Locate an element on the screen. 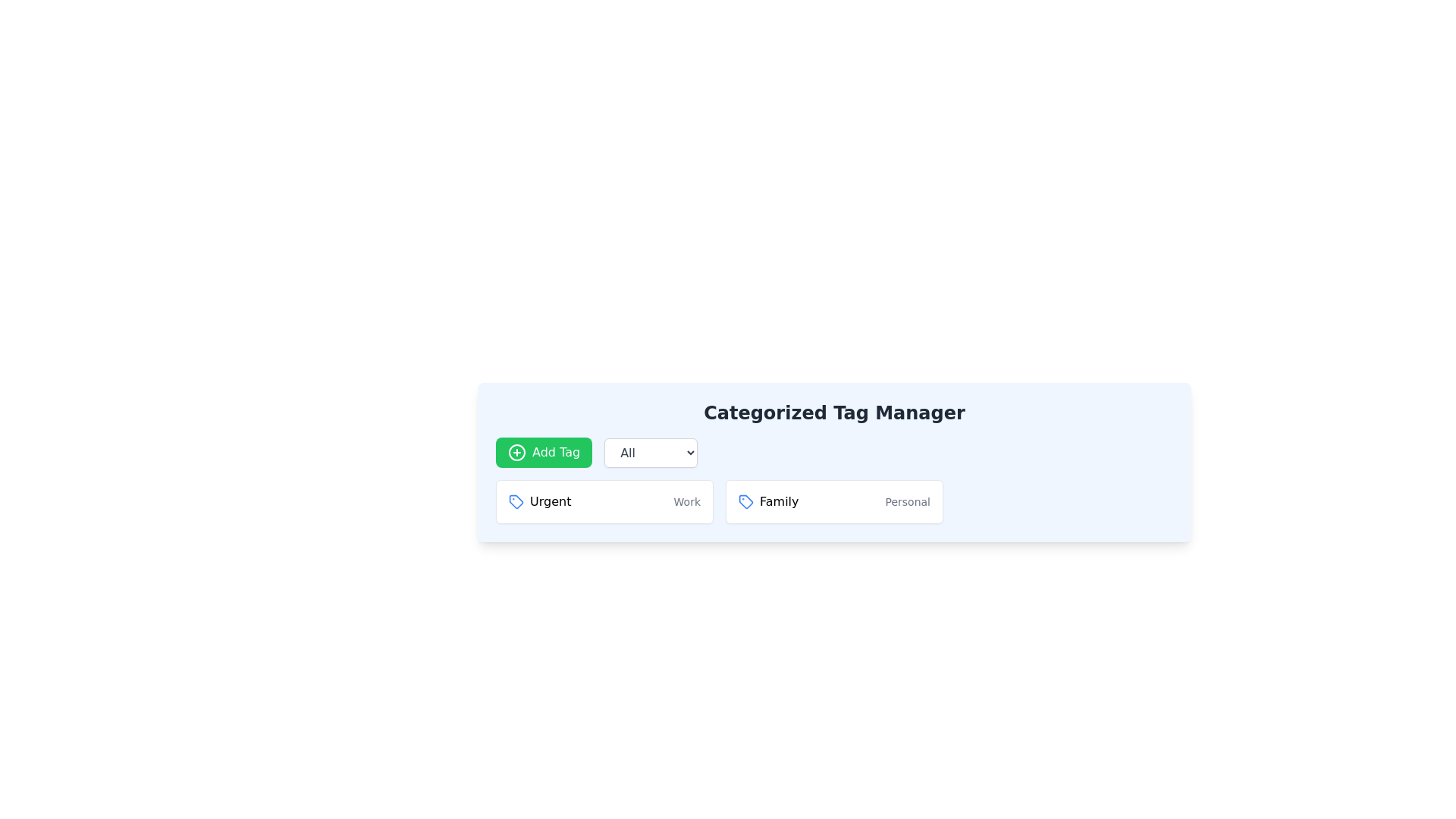  the label component displaying the text 'Family' with a blue outlined tag icon is located at coordinates (768, 502).